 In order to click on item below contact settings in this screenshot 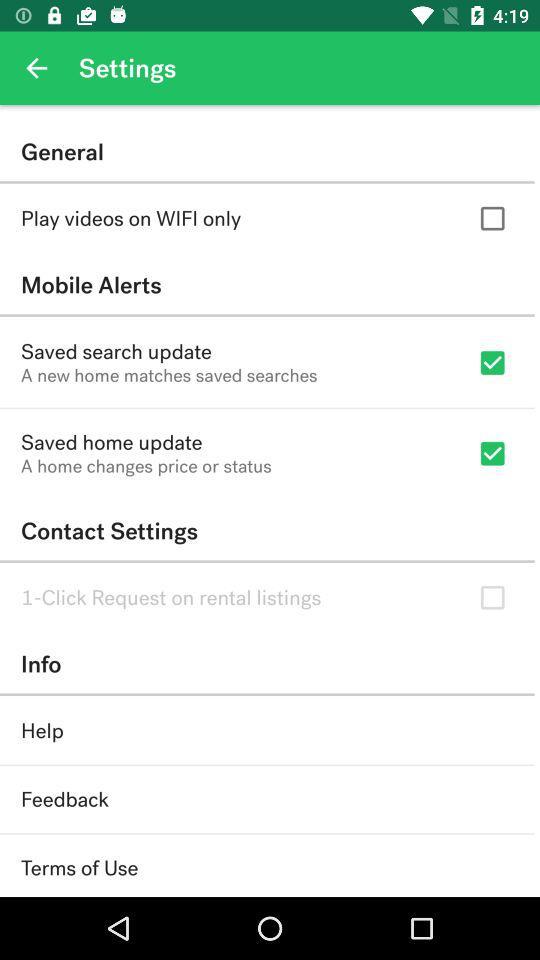, I will do `click(171, 597)`.